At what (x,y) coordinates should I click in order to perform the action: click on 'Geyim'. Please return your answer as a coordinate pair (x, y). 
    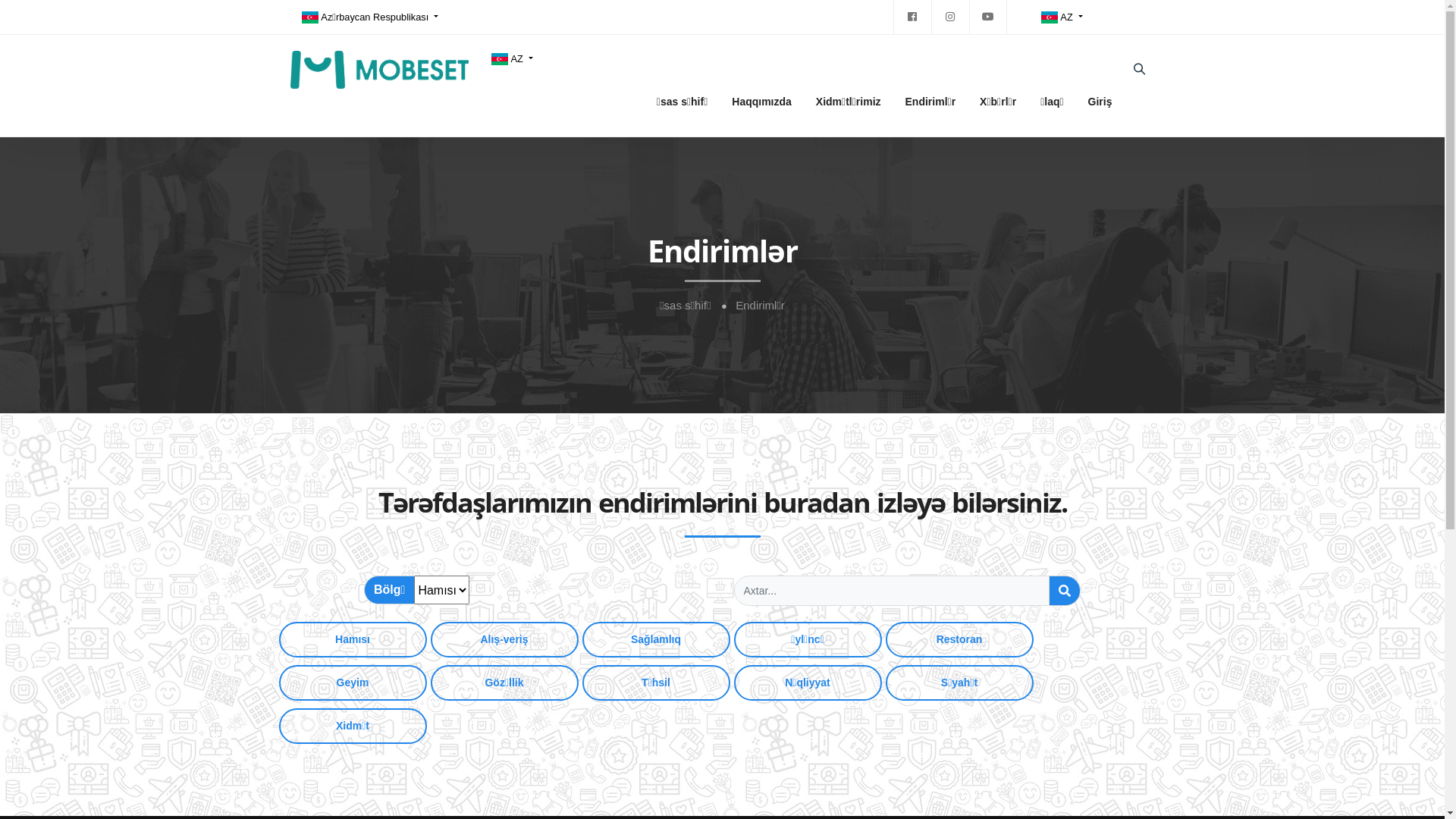
    Looking at the image, I should click on (279, 682).